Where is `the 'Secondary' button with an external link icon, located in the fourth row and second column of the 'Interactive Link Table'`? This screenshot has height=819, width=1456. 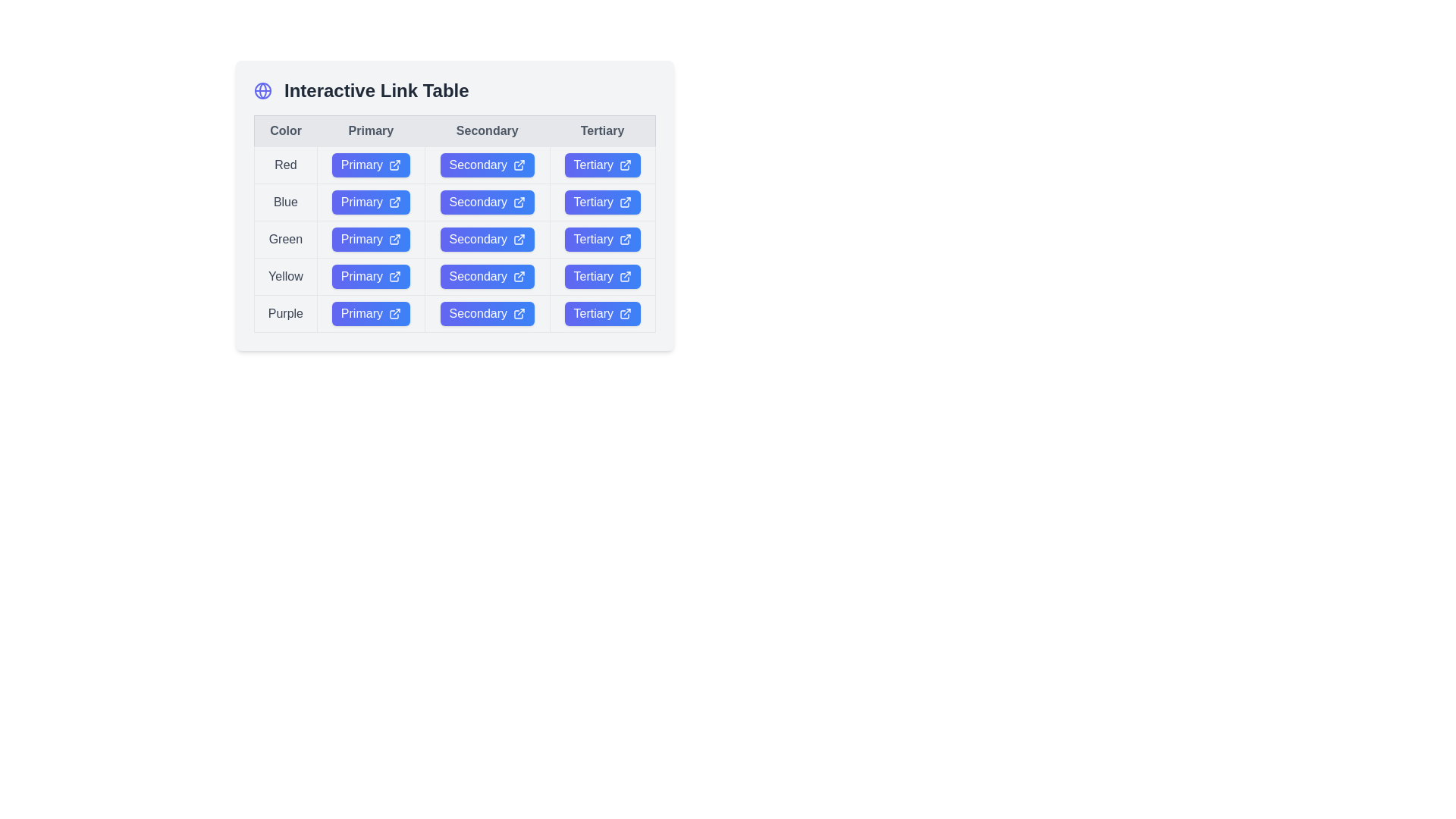
the 'Secondary' button with an external link icon, located in the fourth row and second column of the 'Interactive Link Table' is located at coordinates (487, 277).